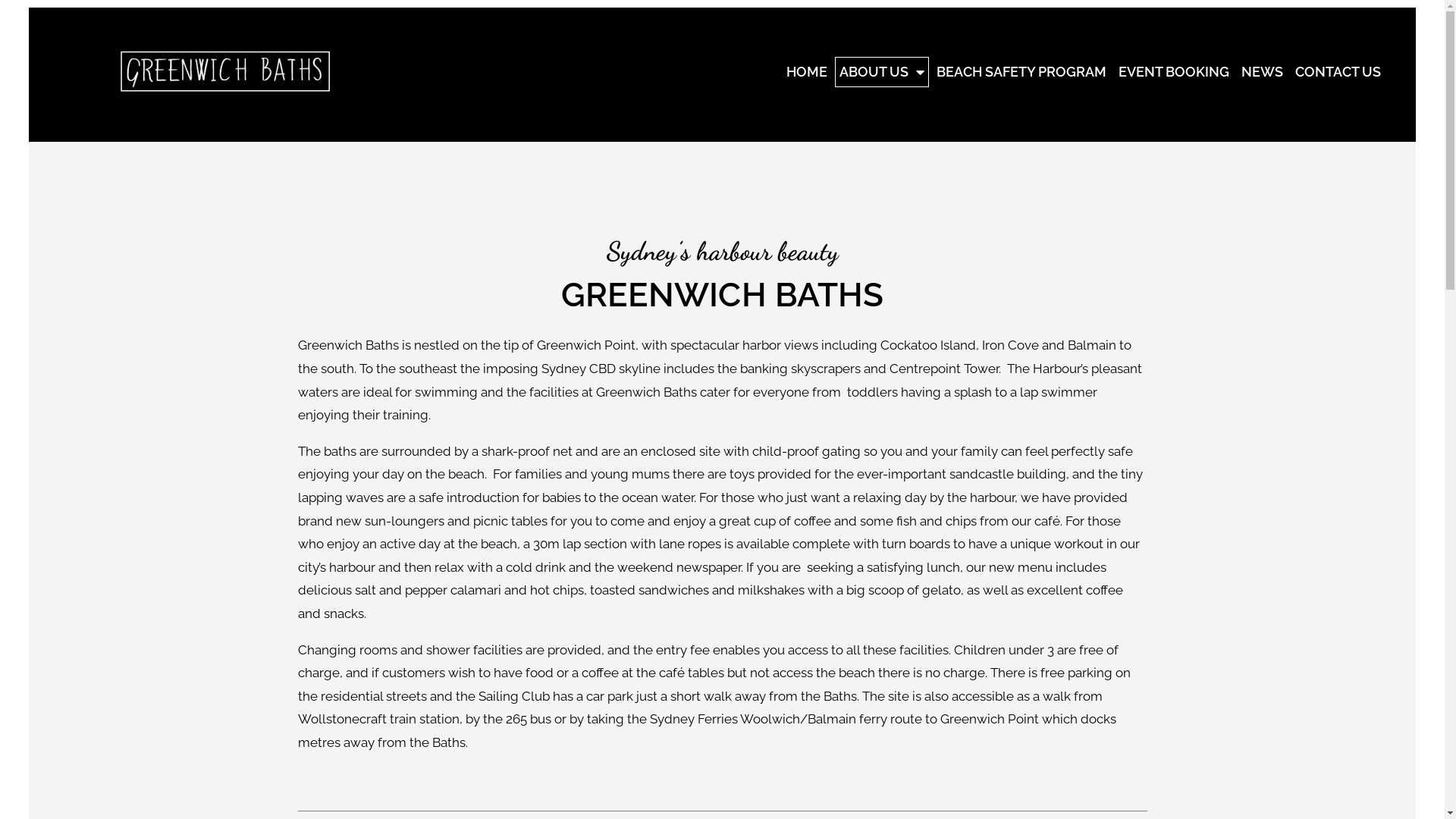 The image size is (1456, 819). What do you see at coordinates (1262, 72) in the screenshot?
I see `'NEWS'` at bounding box center [1262, 72].